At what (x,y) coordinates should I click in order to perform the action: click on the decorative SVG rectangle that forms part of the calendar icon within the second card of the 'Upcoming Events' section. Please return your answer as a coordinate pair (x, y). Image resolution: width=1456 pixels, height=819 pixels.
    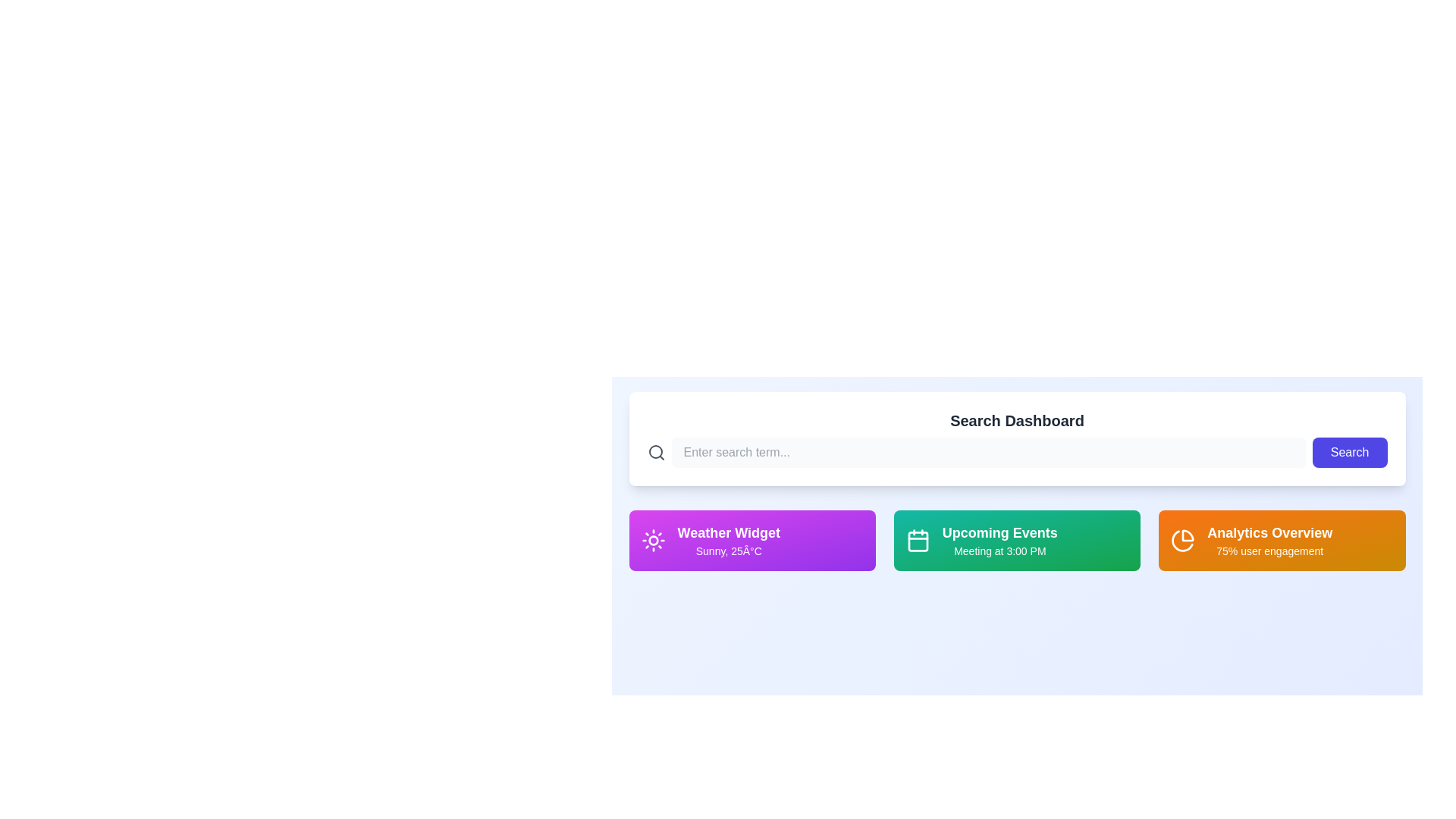
    Looking at the image, I should click on (917, 541).